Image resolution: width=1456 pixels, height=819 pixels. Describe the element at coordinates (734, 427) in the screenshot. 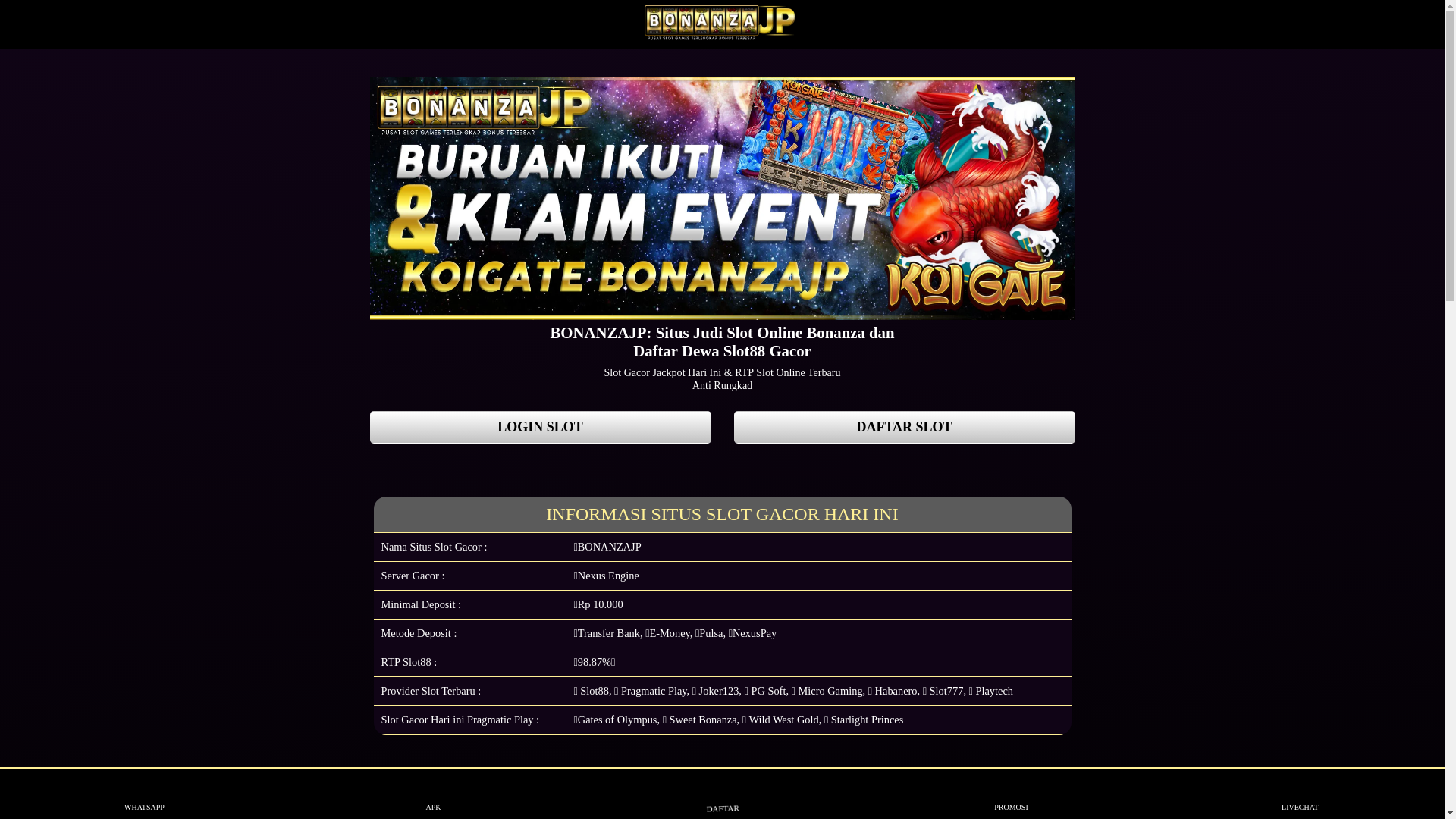

I see `'DAFTAR SLOT'` at that location.